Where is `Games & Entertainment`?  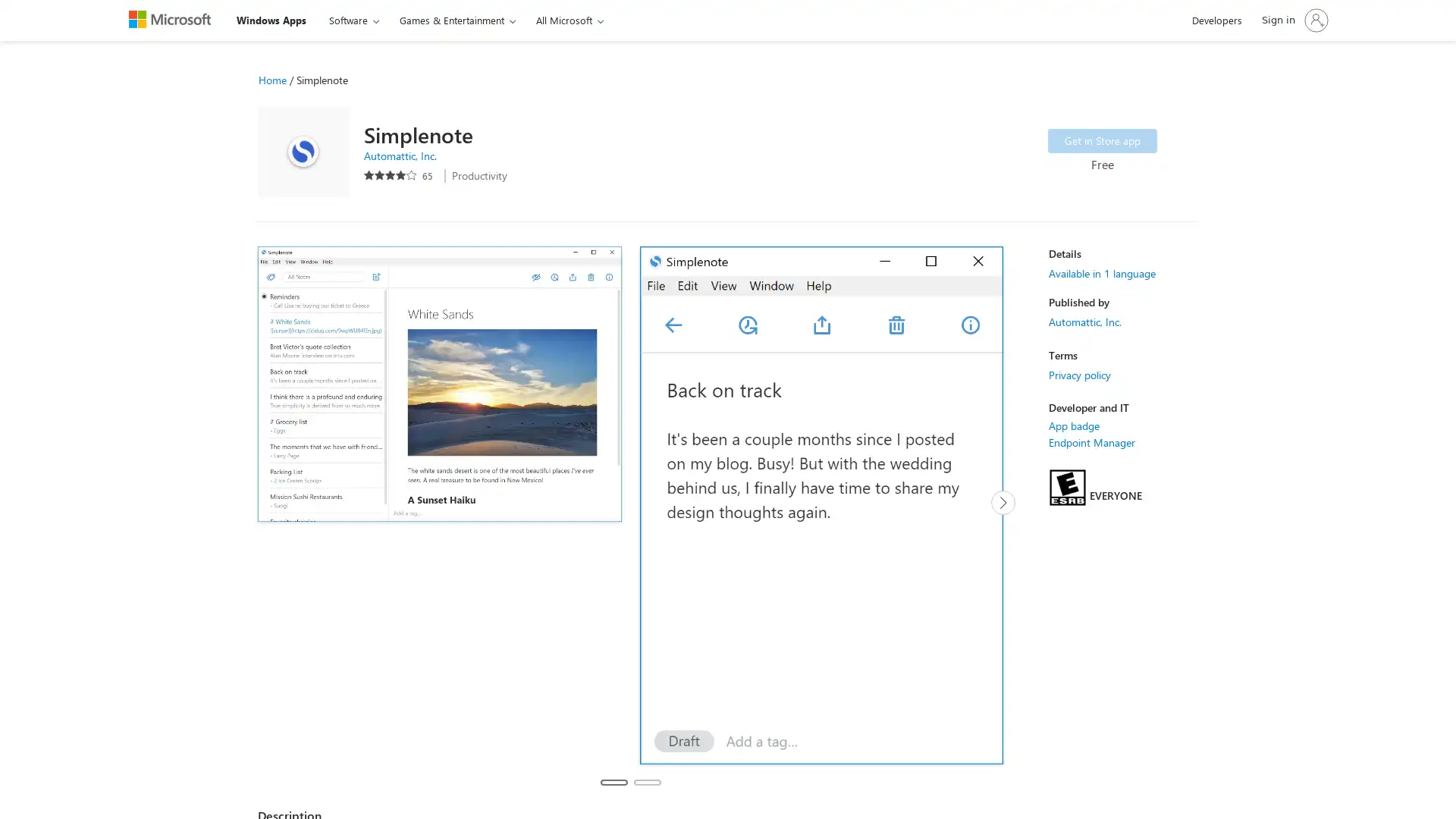 Games & Entertainment is located at coordinates (457, 20).